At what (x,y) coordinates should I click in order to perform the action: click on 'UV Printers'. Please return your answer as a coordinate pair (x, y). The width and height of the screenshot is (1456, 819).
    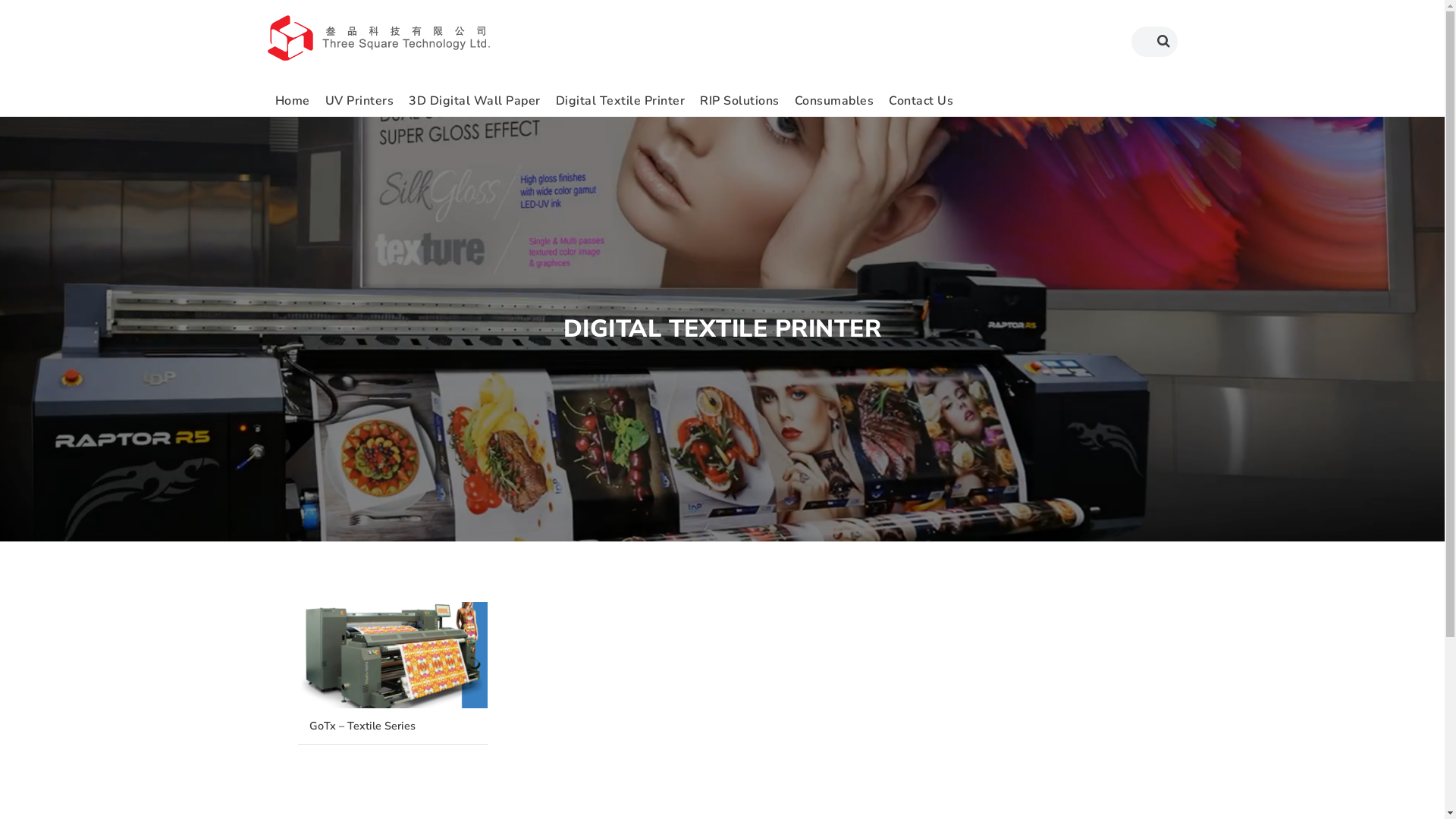
    Looking at the image, I should click on (358, 100).